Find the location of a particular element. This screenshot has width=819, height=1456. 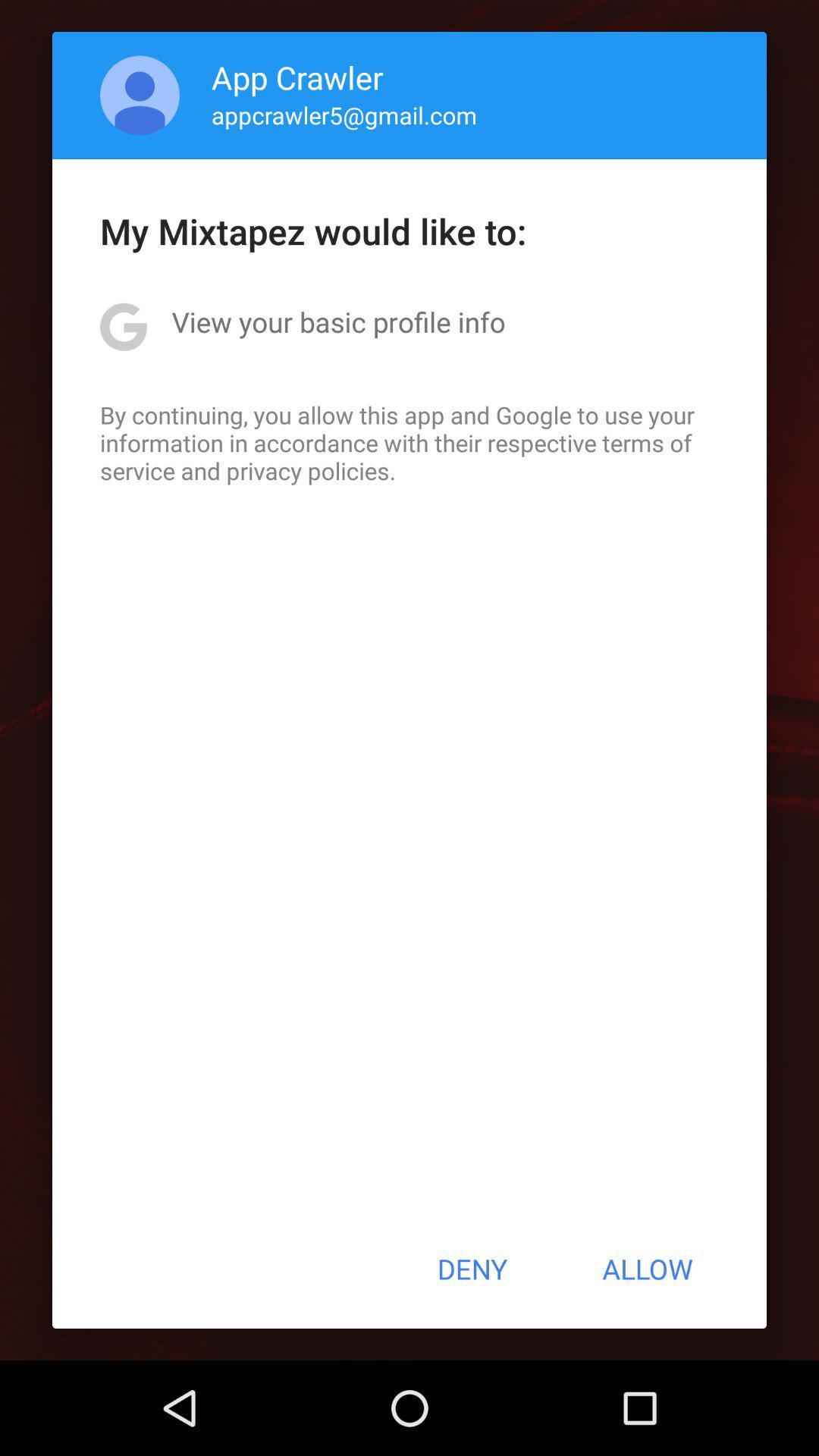

the item next to allow button is located at coordinates (471, 1269).